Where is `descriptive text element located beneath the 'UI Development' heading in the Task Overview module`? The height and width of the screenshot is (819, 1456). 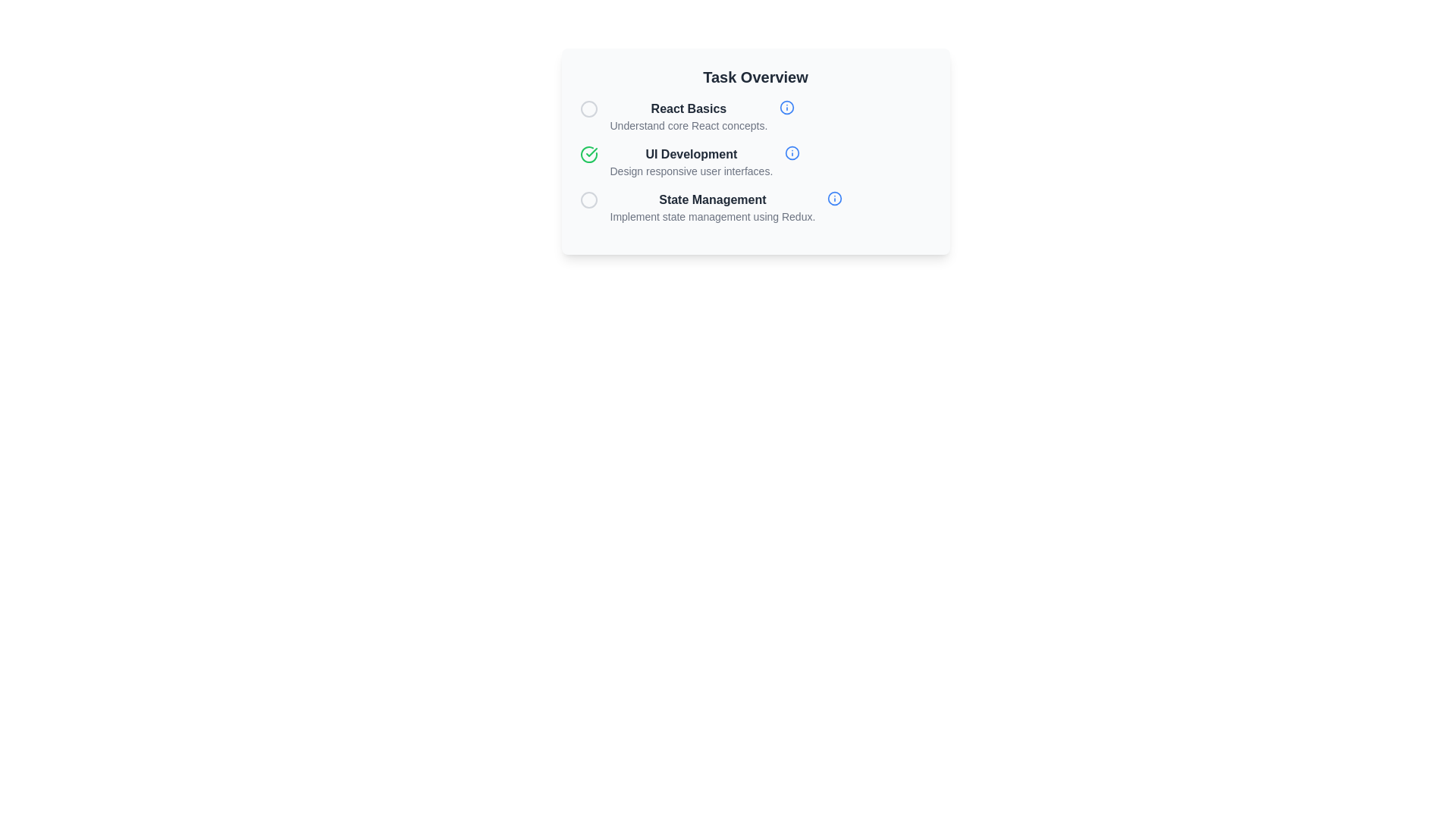 descriptive text element located beneath the 'UI Development' heading in the Task Overview module is located at coordinates (690, 171).